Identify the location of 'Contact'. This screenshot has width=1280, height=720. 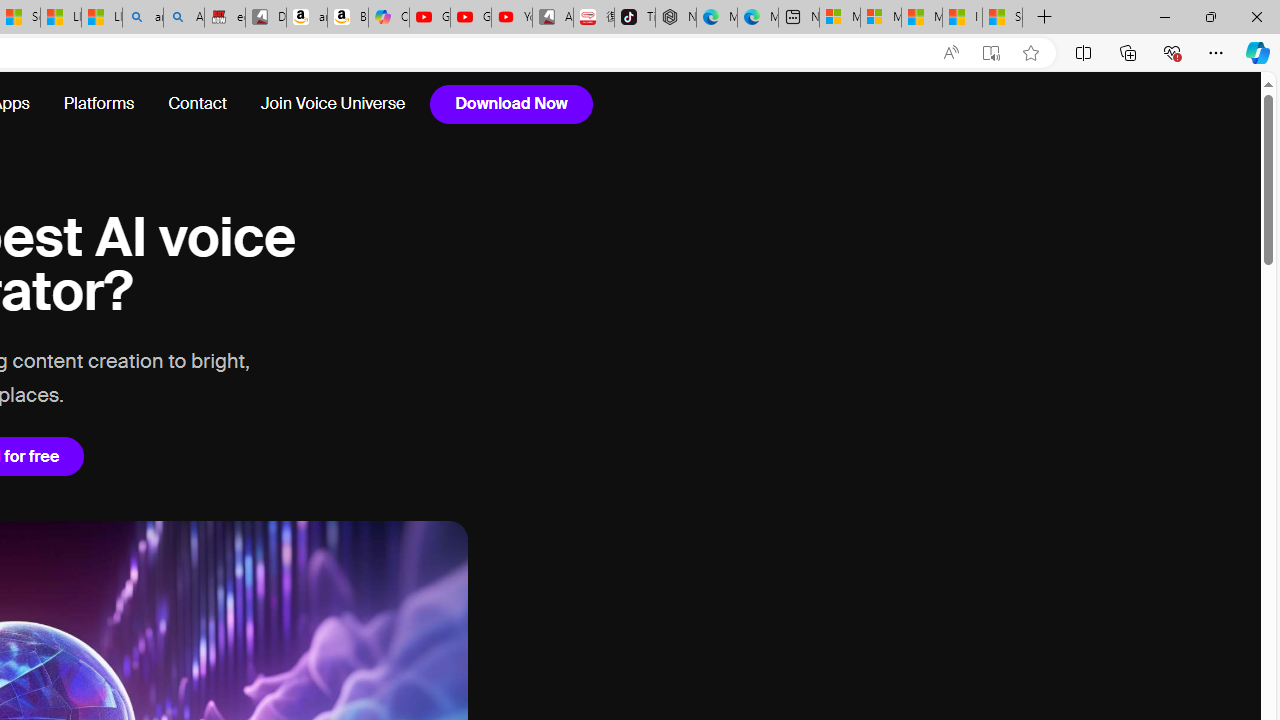
(197, 104).